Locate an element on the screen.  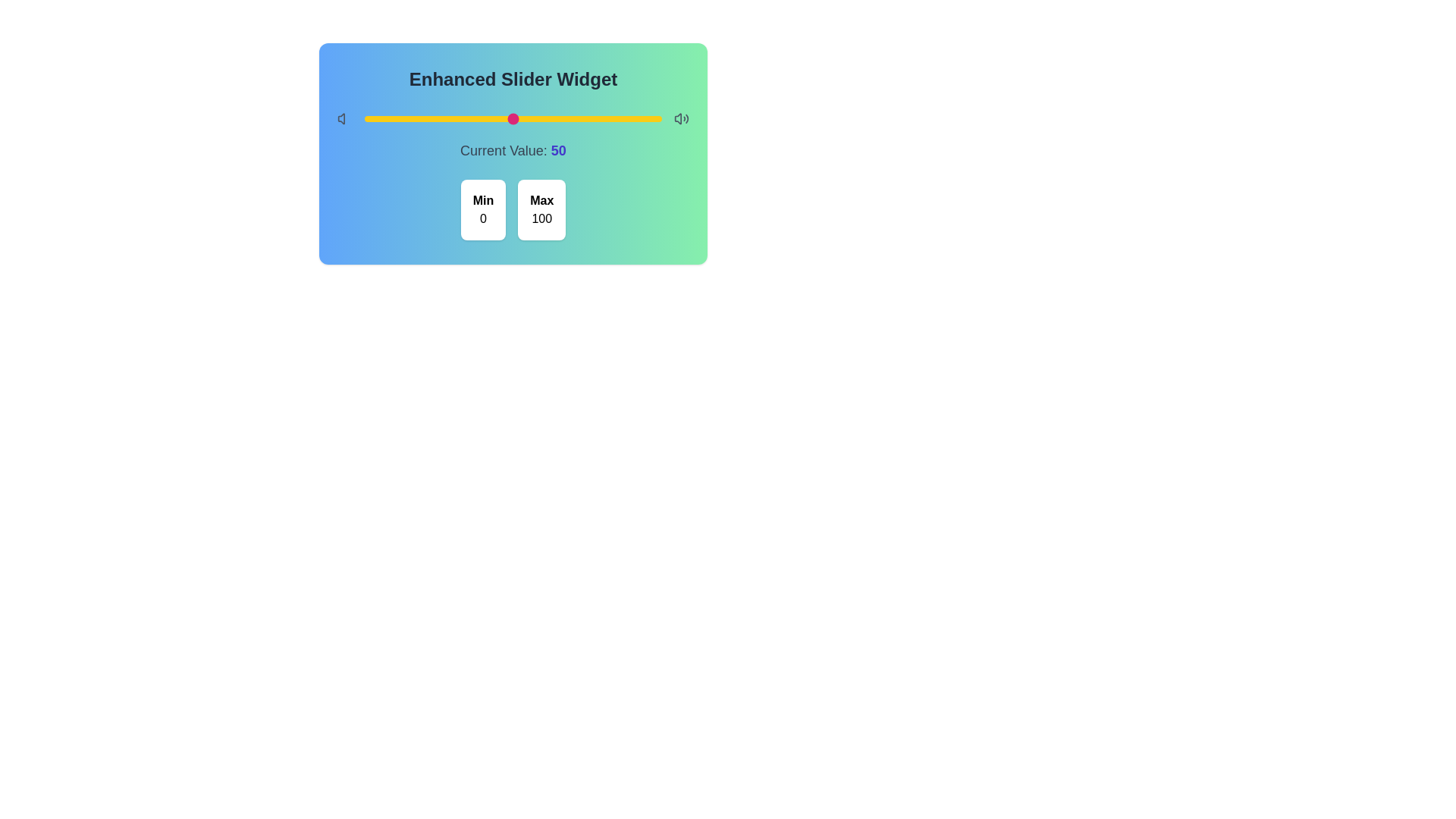
the slider to set its value to 9 is located at coordinates (391, 118).